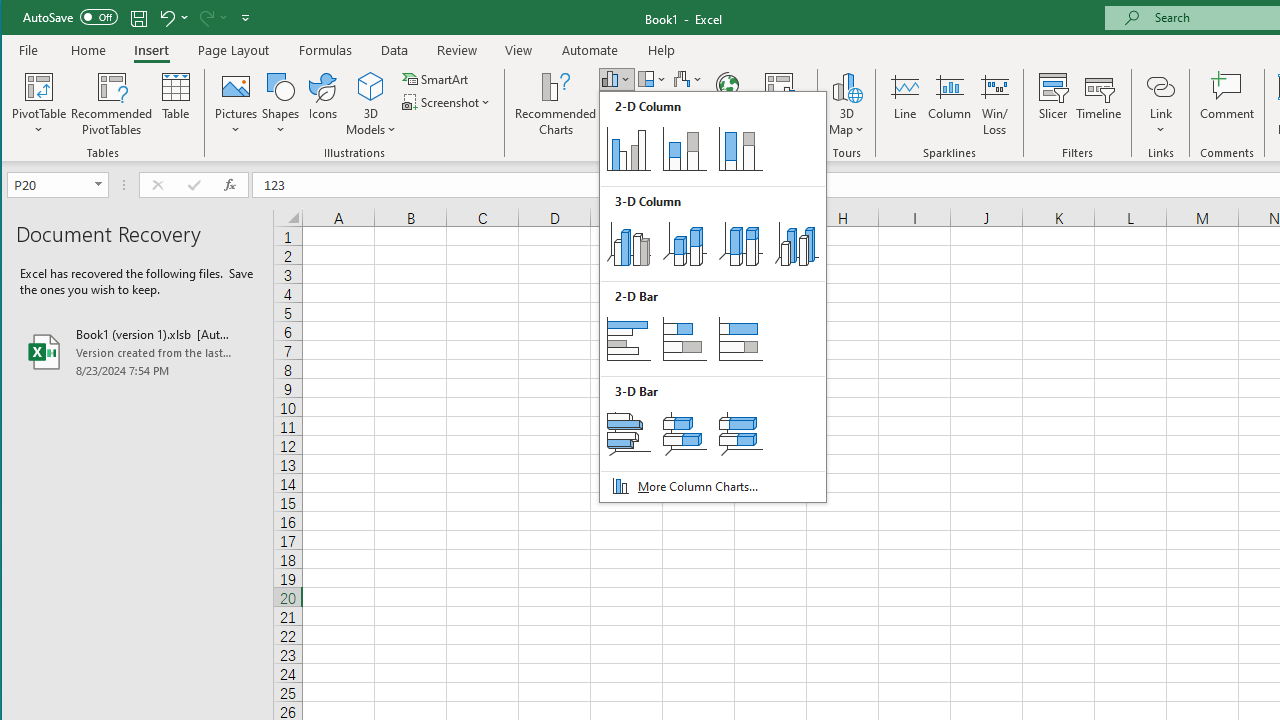 This screenshot has width=1280, height=720. I want to click on 'Home', so click(87, 49).